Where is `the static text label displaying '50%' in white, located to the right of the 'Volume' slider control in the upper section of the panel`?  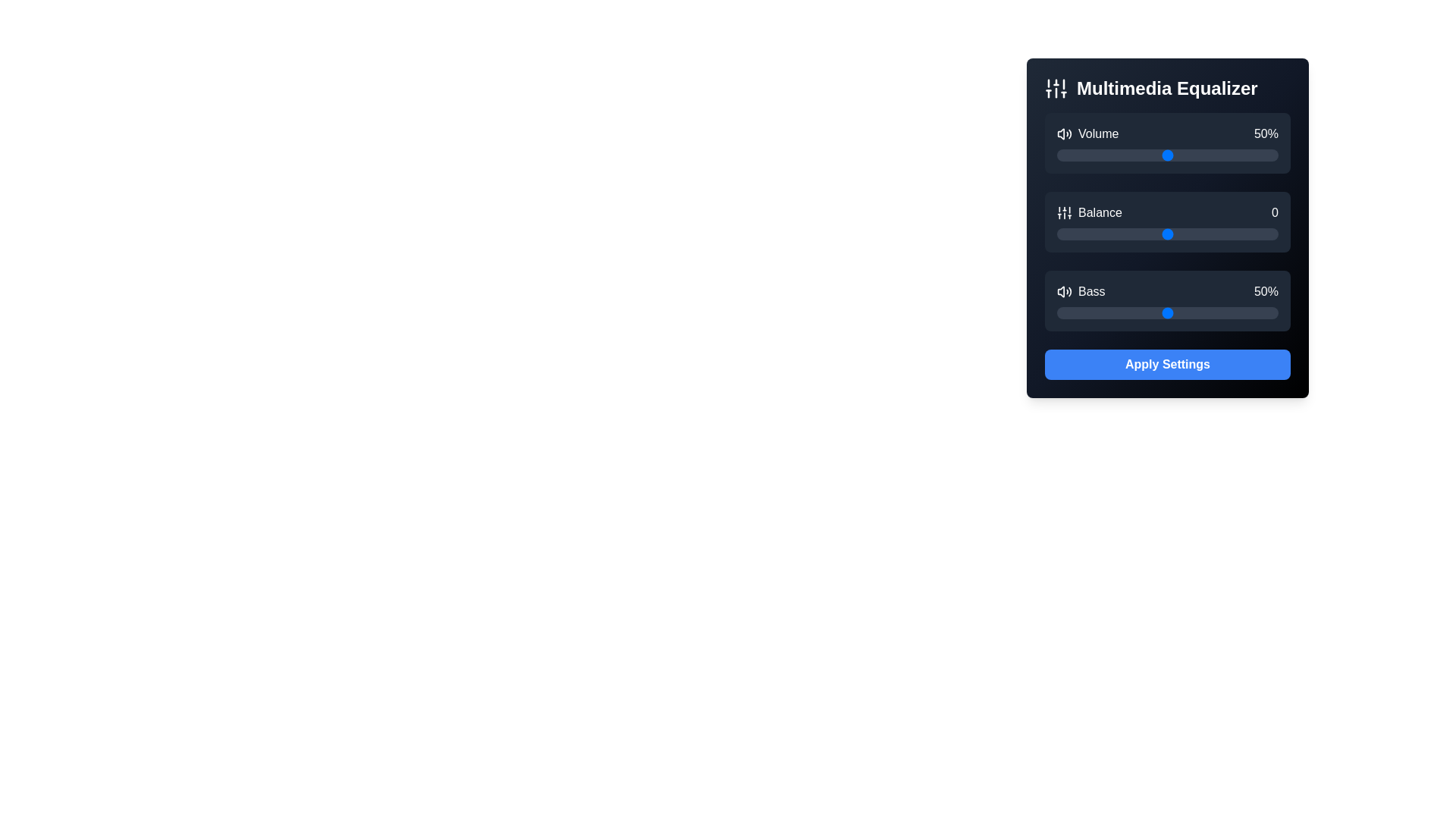
the static text label displaying '50%' in white, located to the right of the 'Volume' slider control in the upper section of the panel is located at coordinates (1266, 133).